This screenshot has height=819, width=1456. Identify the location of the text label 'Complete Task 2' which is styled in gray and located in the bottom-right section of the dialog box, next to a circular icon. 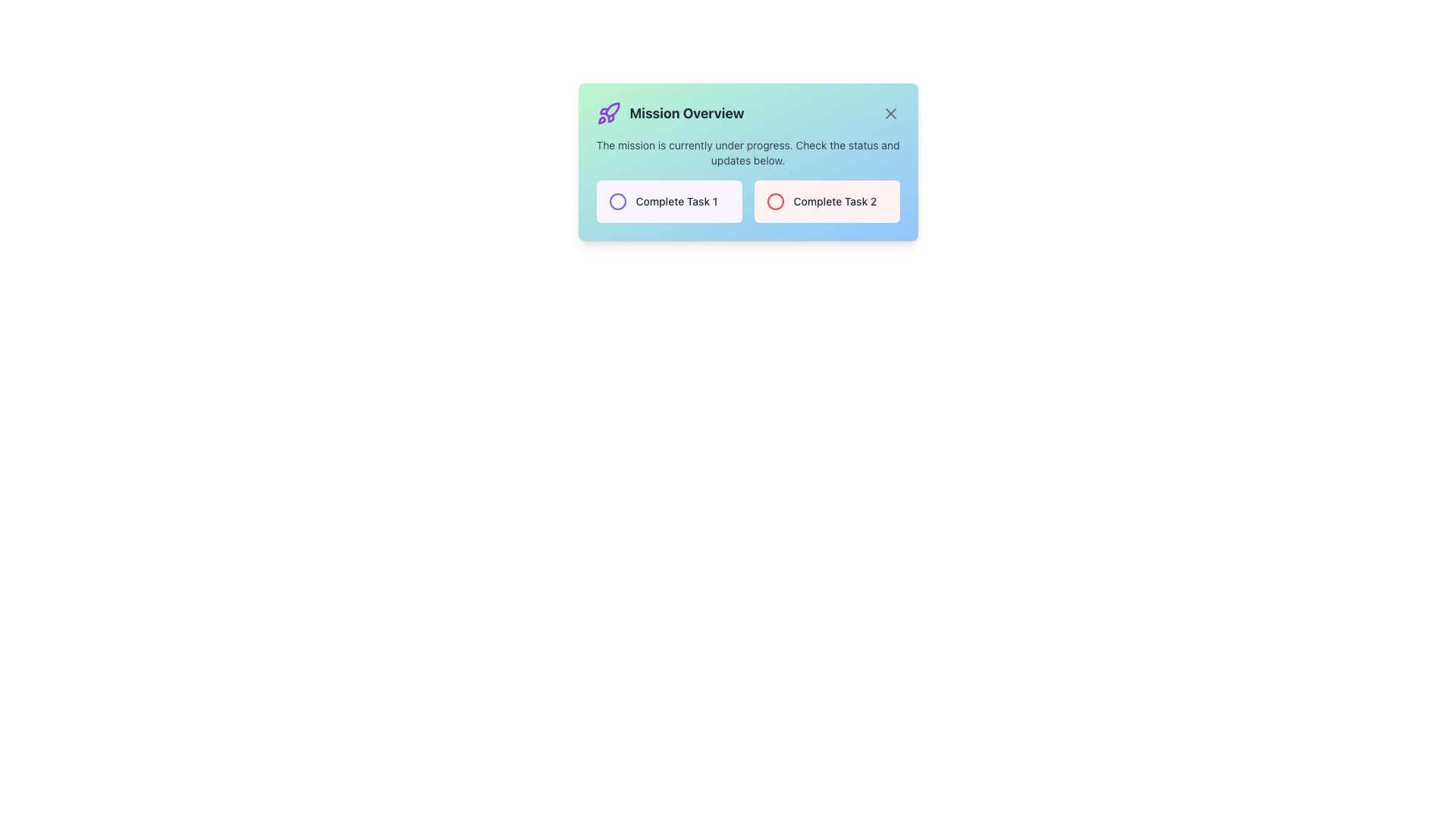
(834, 201).